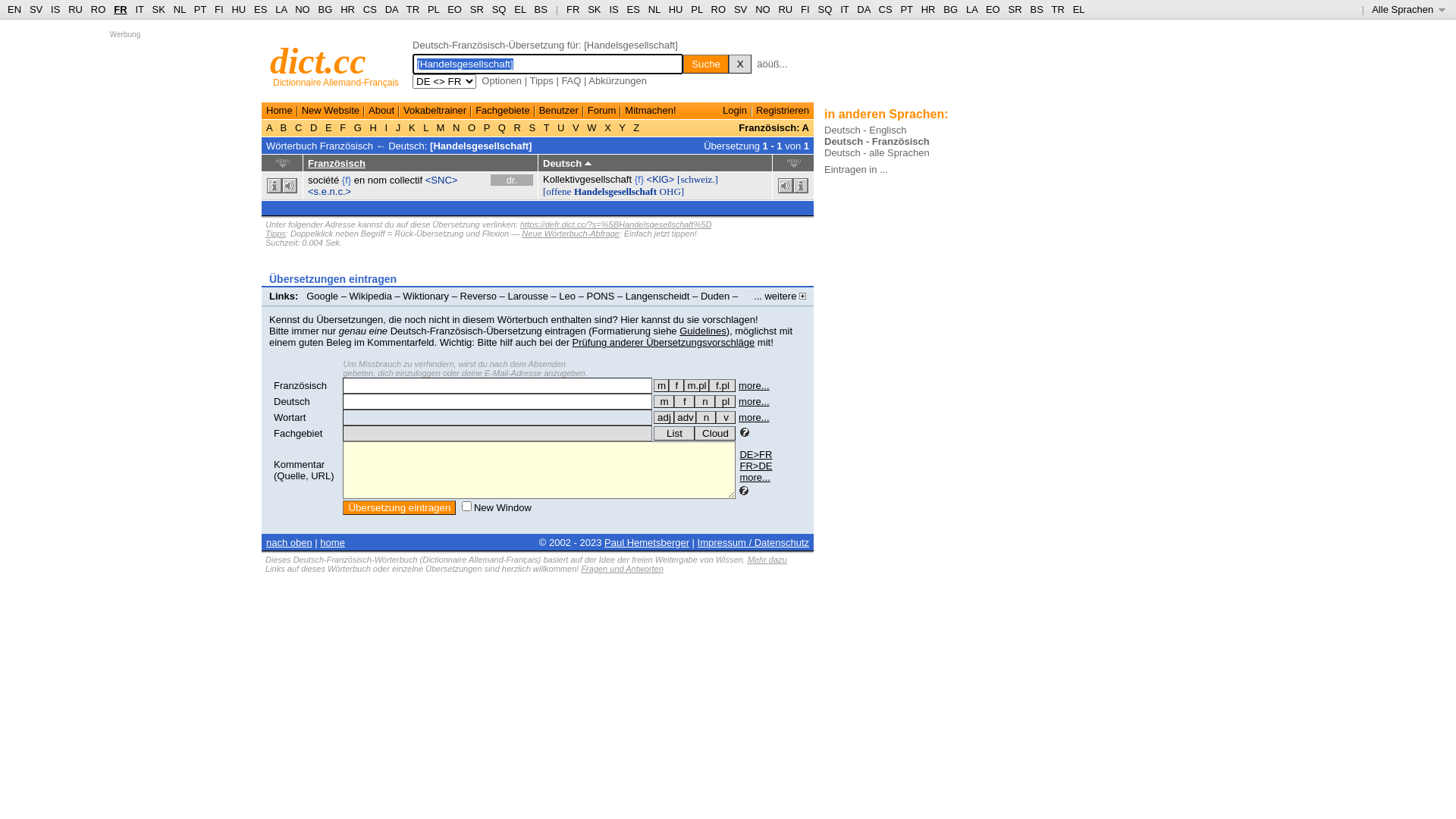 This screenshot has width=1456, height=819. I want to click on 'TR', so click(413, 9).